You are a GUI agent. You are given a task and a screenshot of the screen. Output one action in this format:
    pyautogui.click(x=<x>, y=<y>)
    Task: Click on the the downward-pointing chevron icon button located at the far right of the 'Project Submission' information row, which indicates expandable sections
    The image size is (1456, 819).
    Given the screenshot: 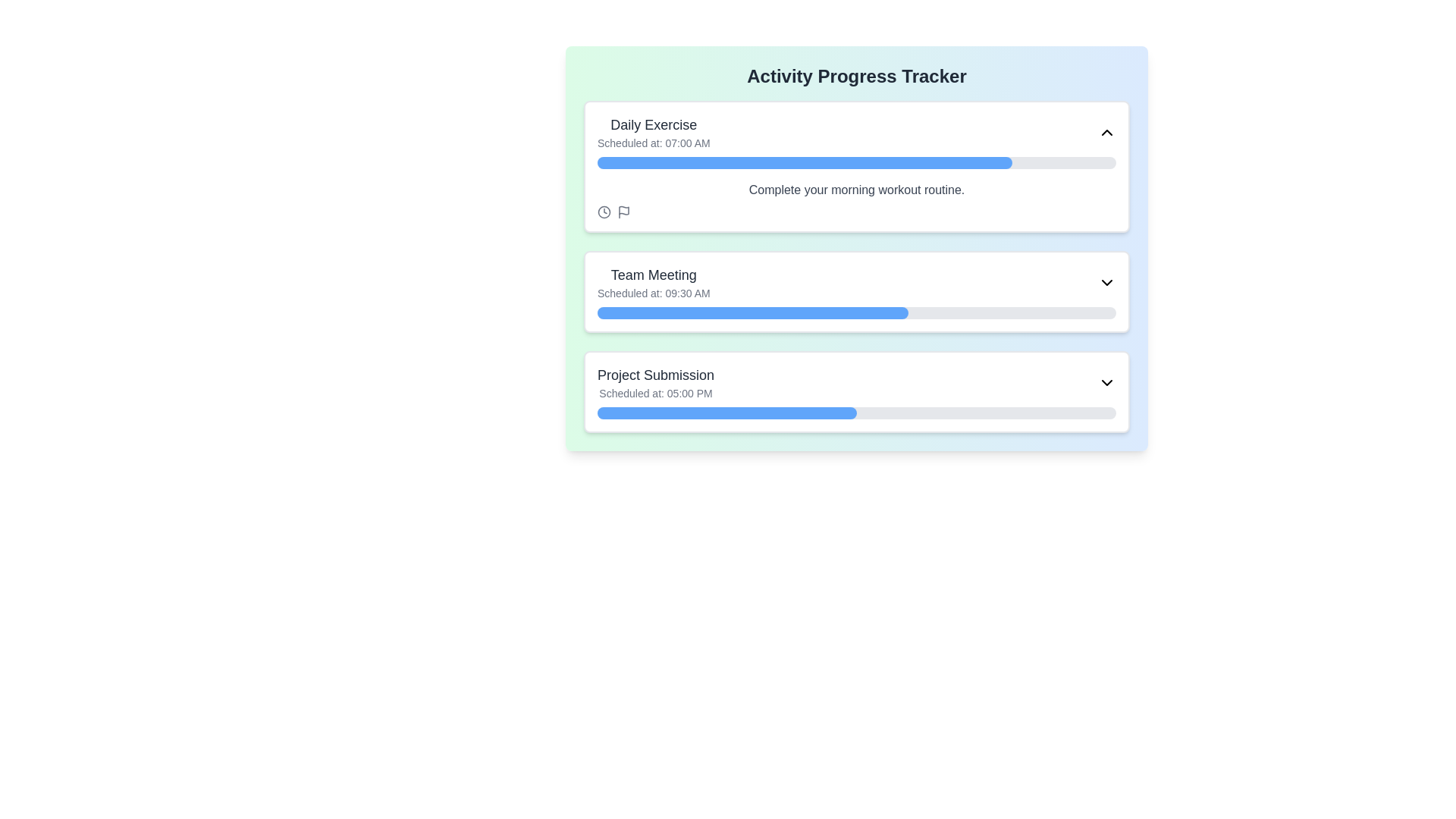 What is the action you would take?
    pyautogui.click(x=1106, y=382)
    